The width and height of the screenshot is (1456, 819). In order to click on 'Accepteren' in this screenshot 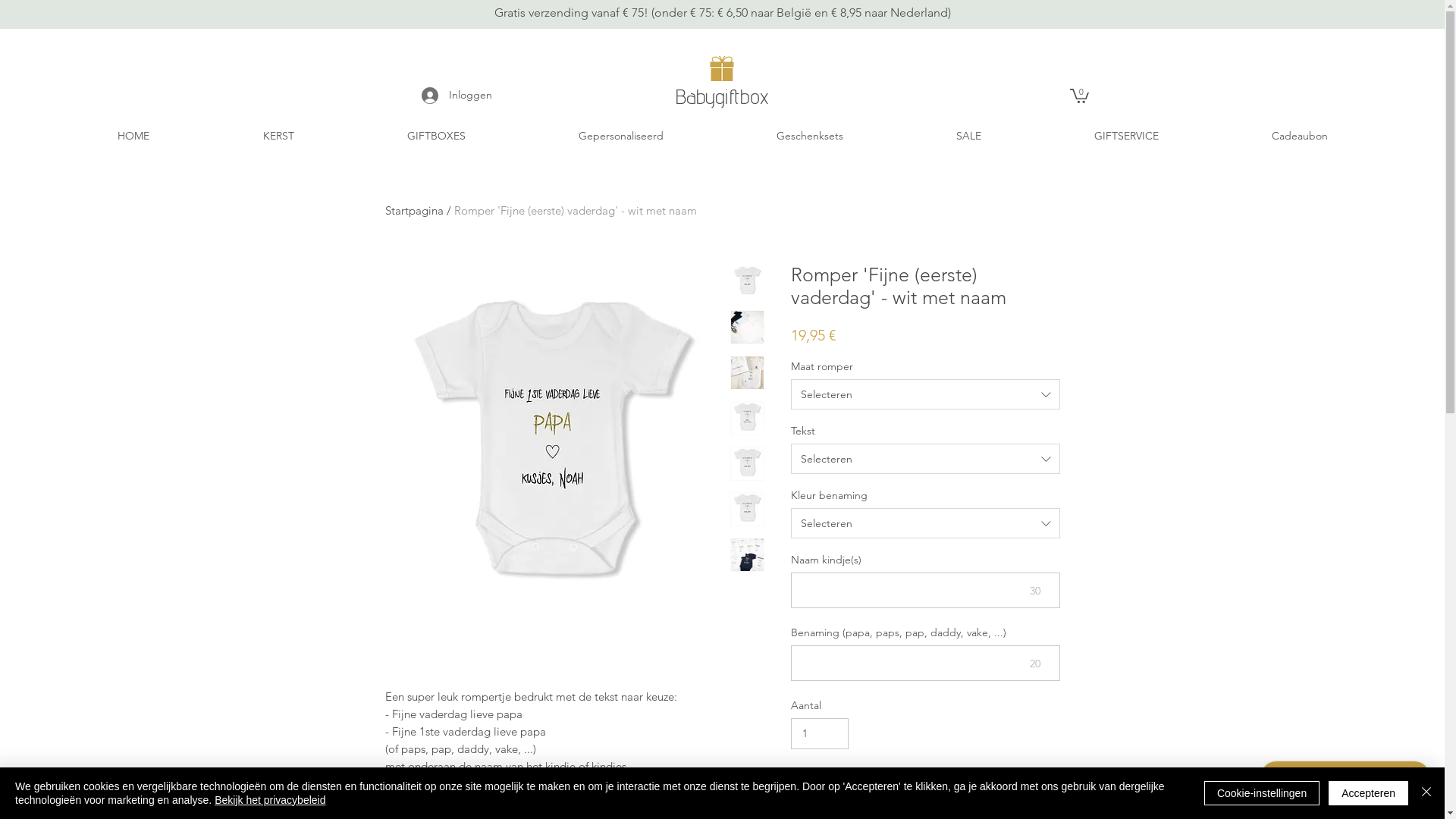, I will do `click(1328, 792)`.